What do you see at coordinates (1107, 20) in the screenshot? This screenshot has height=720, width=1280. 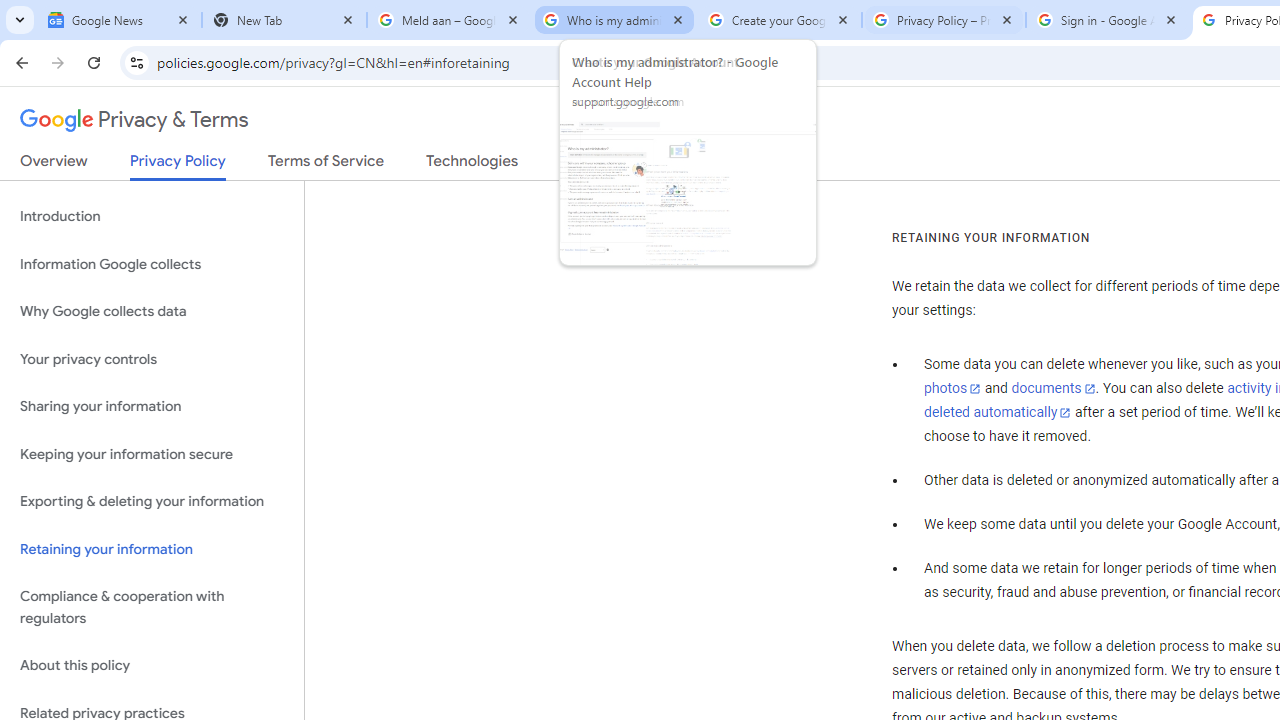 I see `'Sign in - Google Accounts'` at bounding box center [1107, 20].